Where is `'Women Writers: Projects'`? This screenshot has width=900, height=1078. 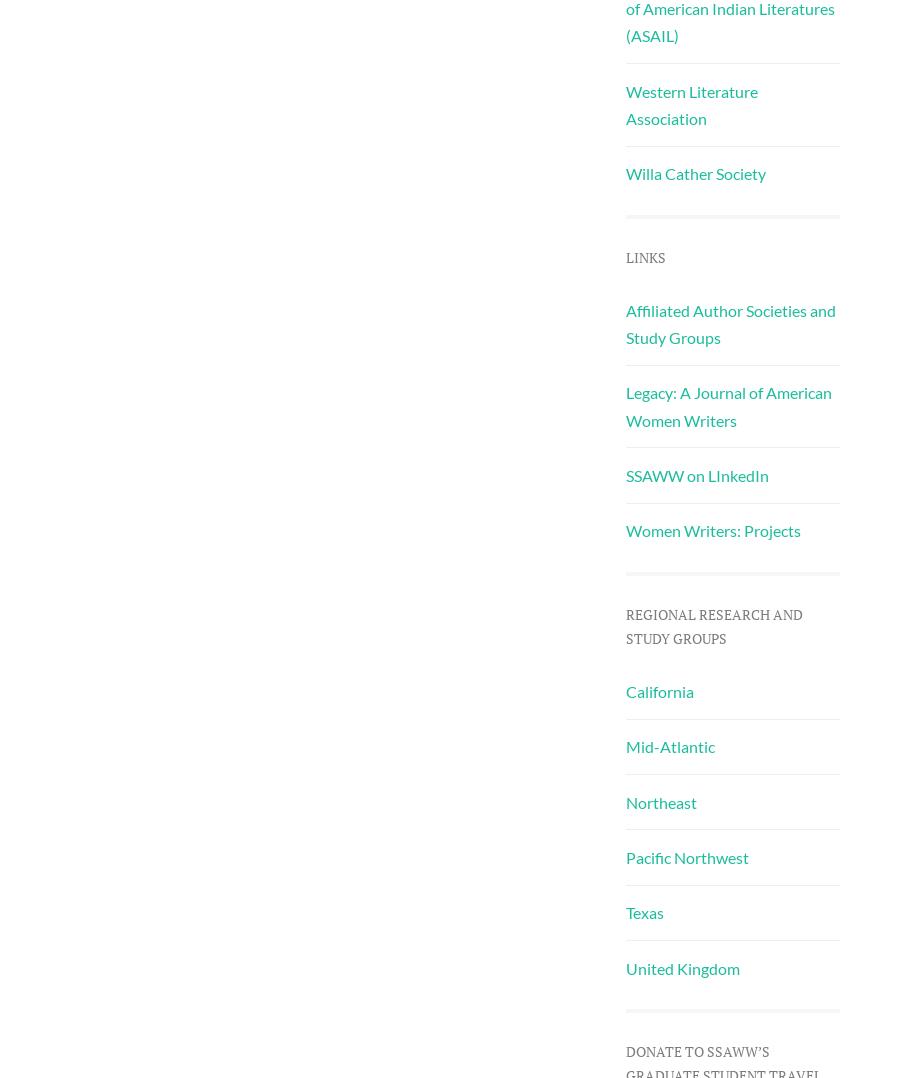
'Women Writers: Projects' is located at coordinates (711, 530).